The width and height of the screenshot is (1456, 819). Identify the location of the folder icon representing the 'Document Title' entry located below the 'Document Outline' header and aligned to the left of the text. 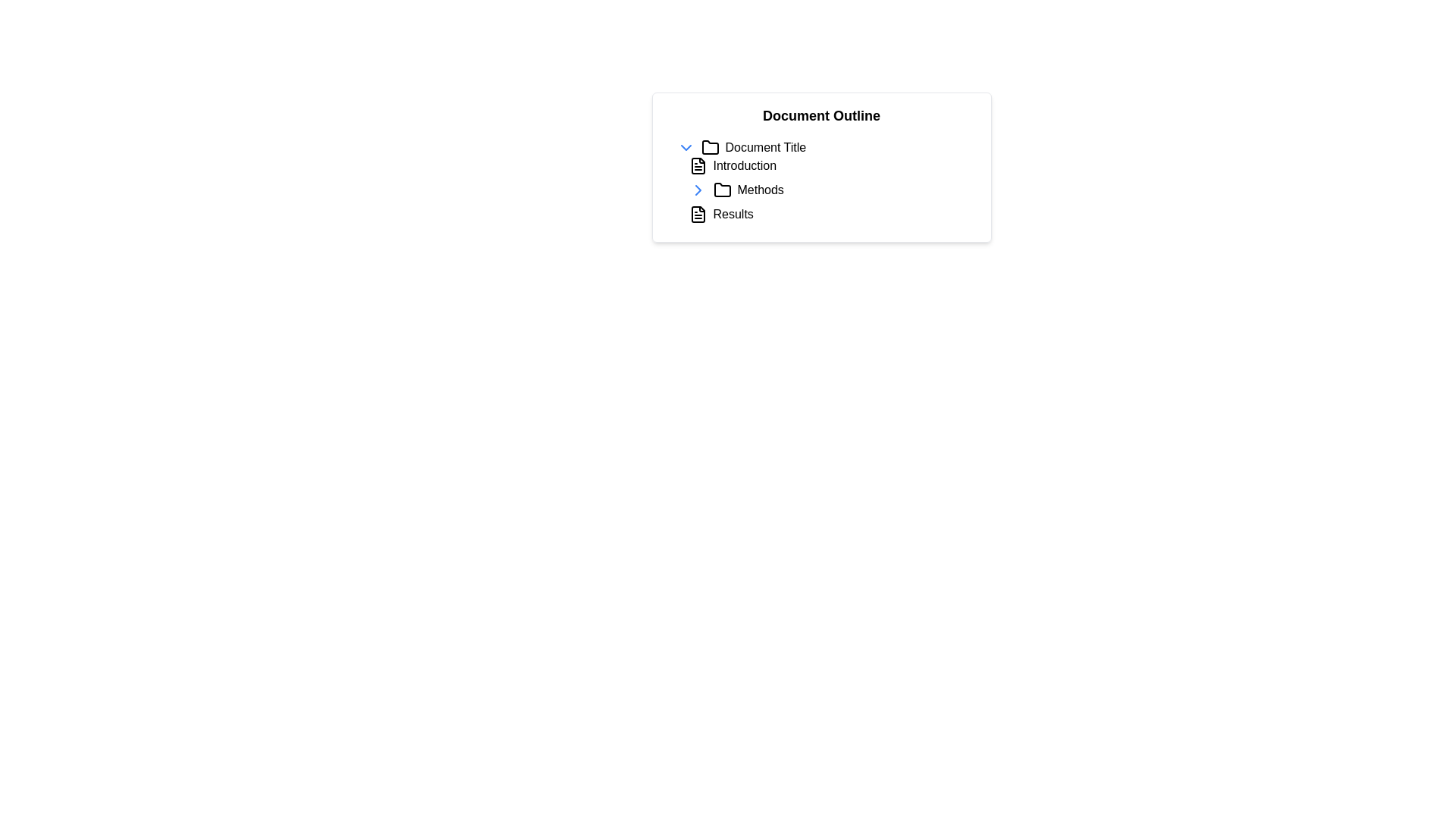
(709, 147).